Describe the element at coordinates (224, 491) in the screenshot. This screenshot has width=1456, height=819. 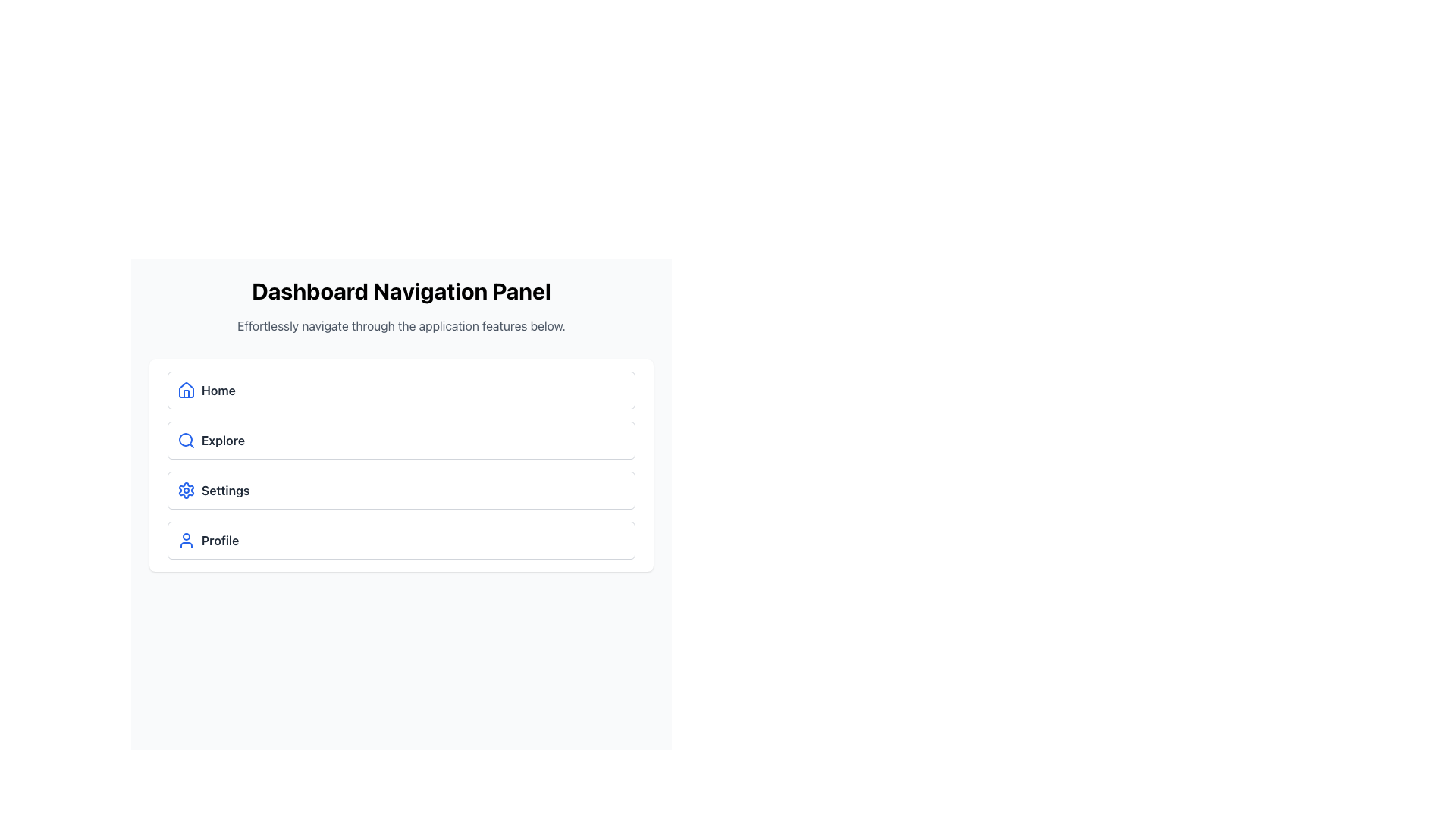
I see `the 'Settings' text label within the interactive button` at that location.